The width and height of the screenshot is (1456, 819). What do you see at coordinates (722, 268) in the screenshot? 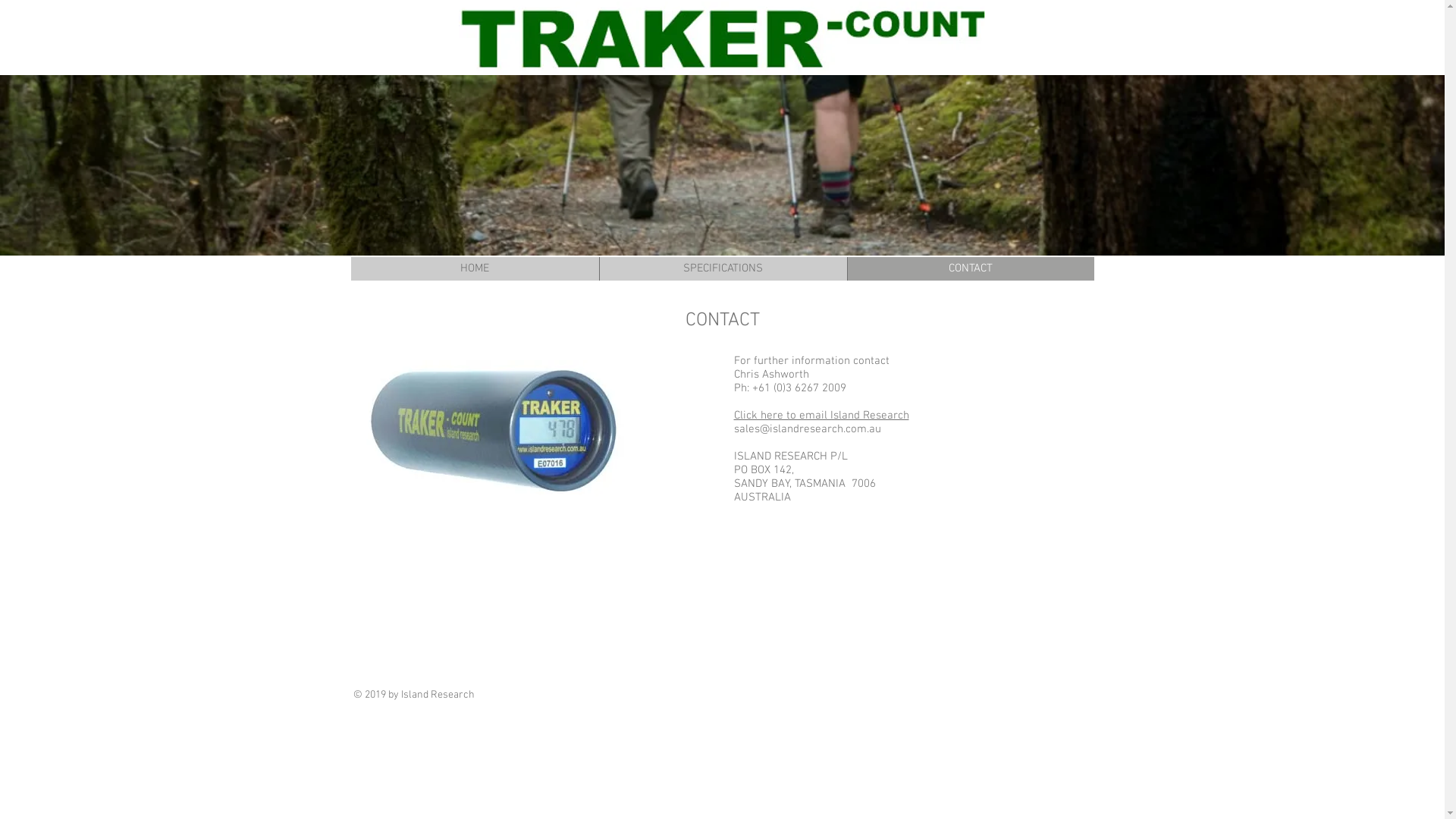
I see `'SPECIFICATIONS'` at bounding box center [722, 268].